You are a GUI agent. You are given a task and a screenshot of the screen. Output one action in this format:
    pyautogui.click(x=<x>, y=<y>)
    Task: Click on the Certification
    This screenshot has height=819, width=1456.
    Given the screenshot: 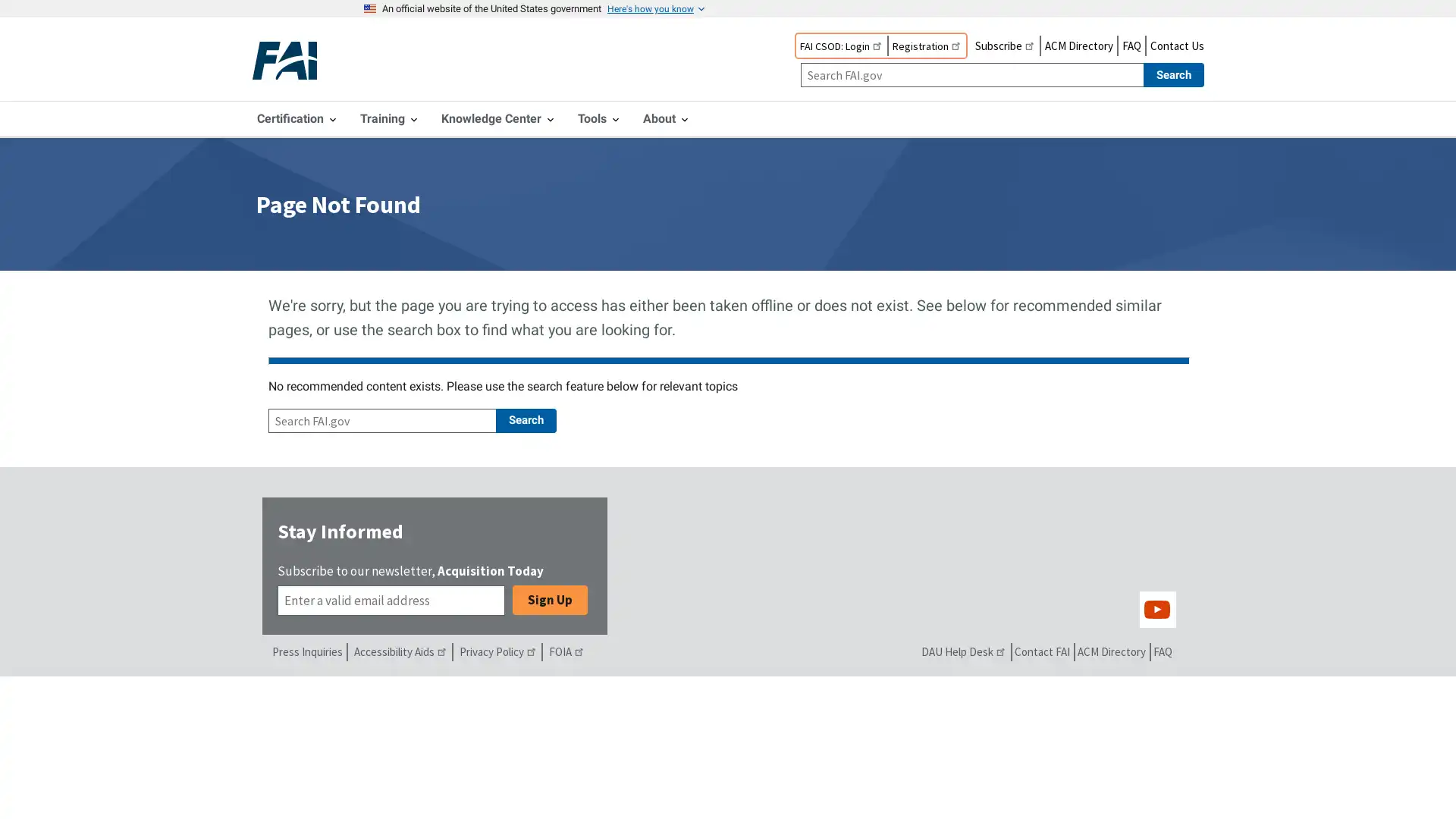 What is the action you would take?
    pyautogui.click(x=295, y=118)
    